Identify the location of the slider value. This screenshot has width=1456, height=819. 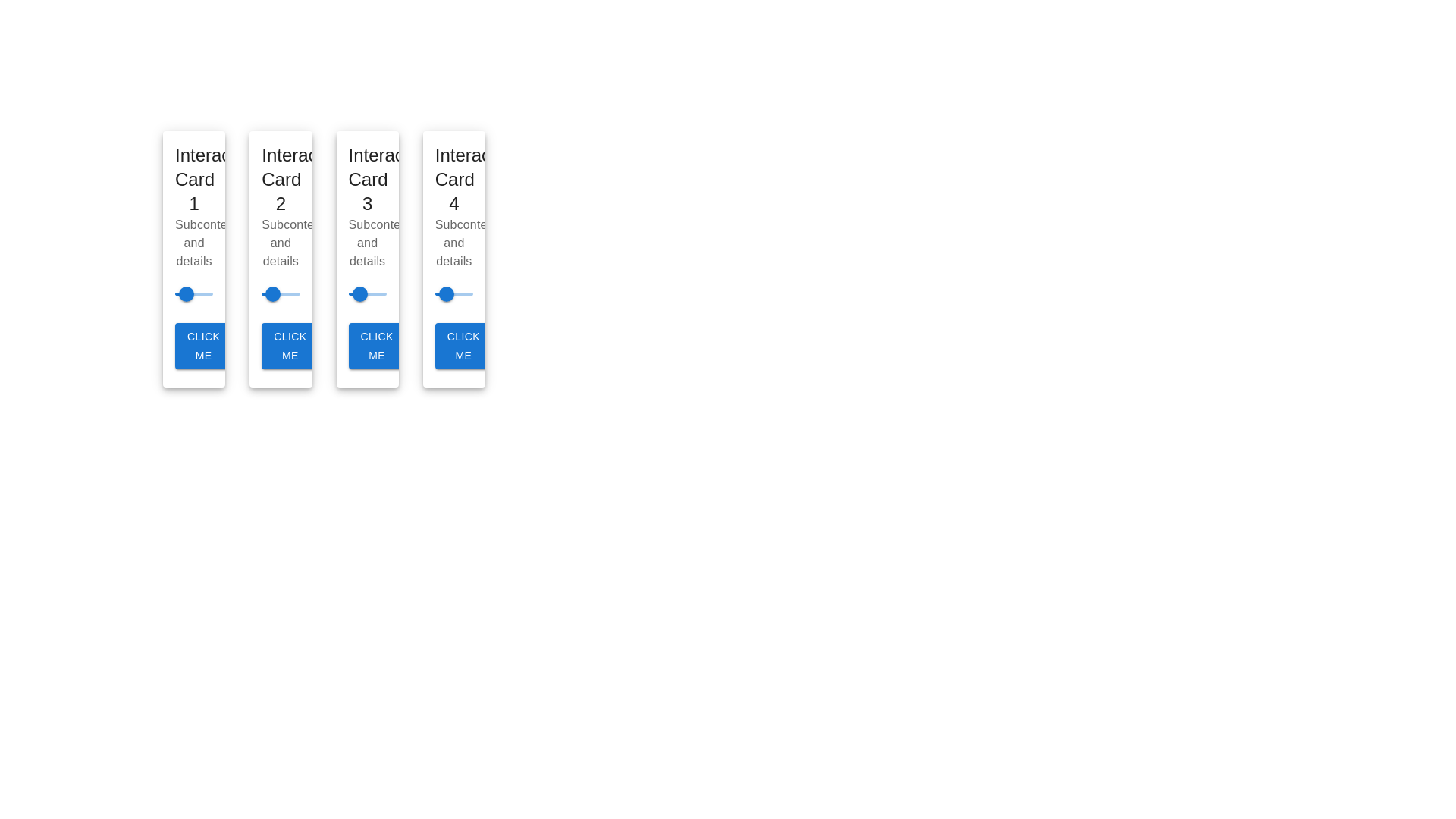
(349, 294).